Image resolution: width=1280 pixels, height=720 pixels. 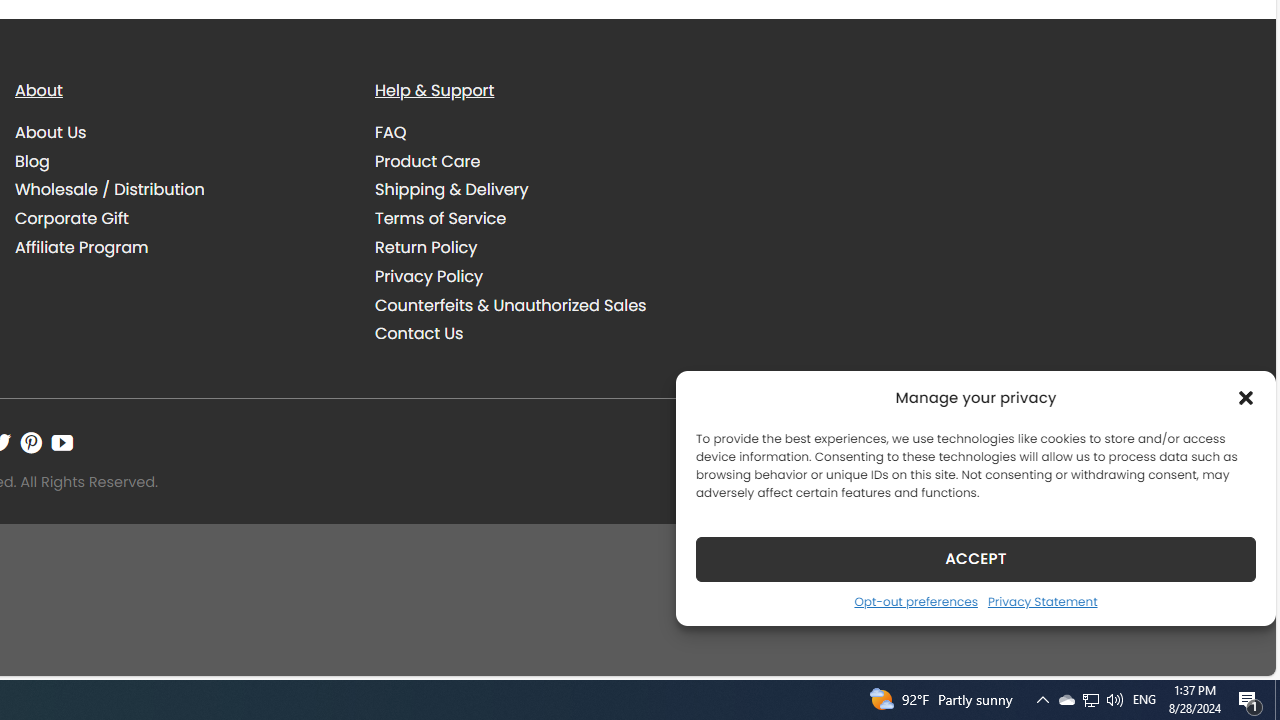 I want to click on 'Privacy Policy', so click(x=428, y=276).